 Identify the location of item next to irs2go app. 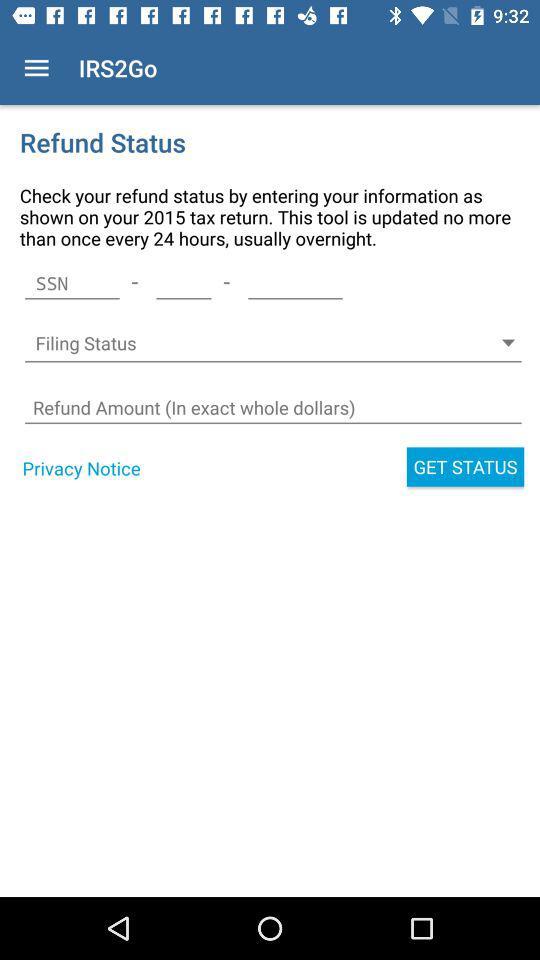
(36, 68).